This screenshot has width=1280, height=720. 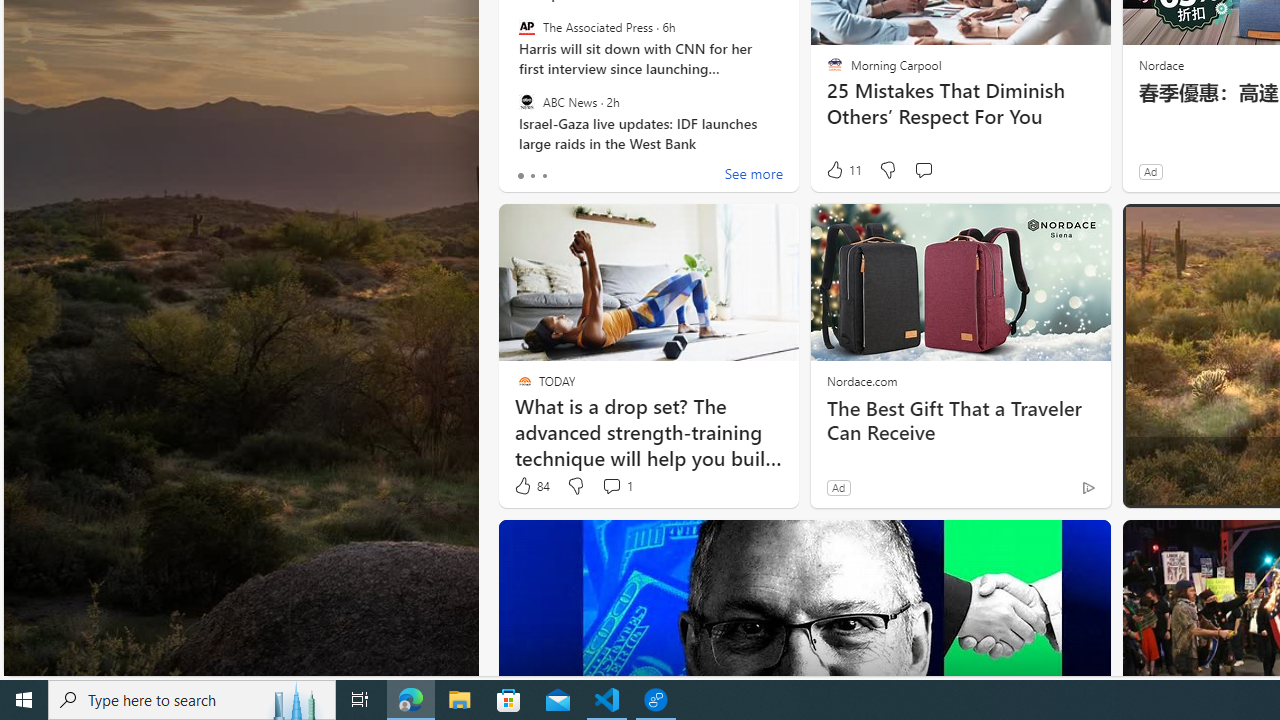 I want to click on 'ABC News', so click(x=526, y=101).